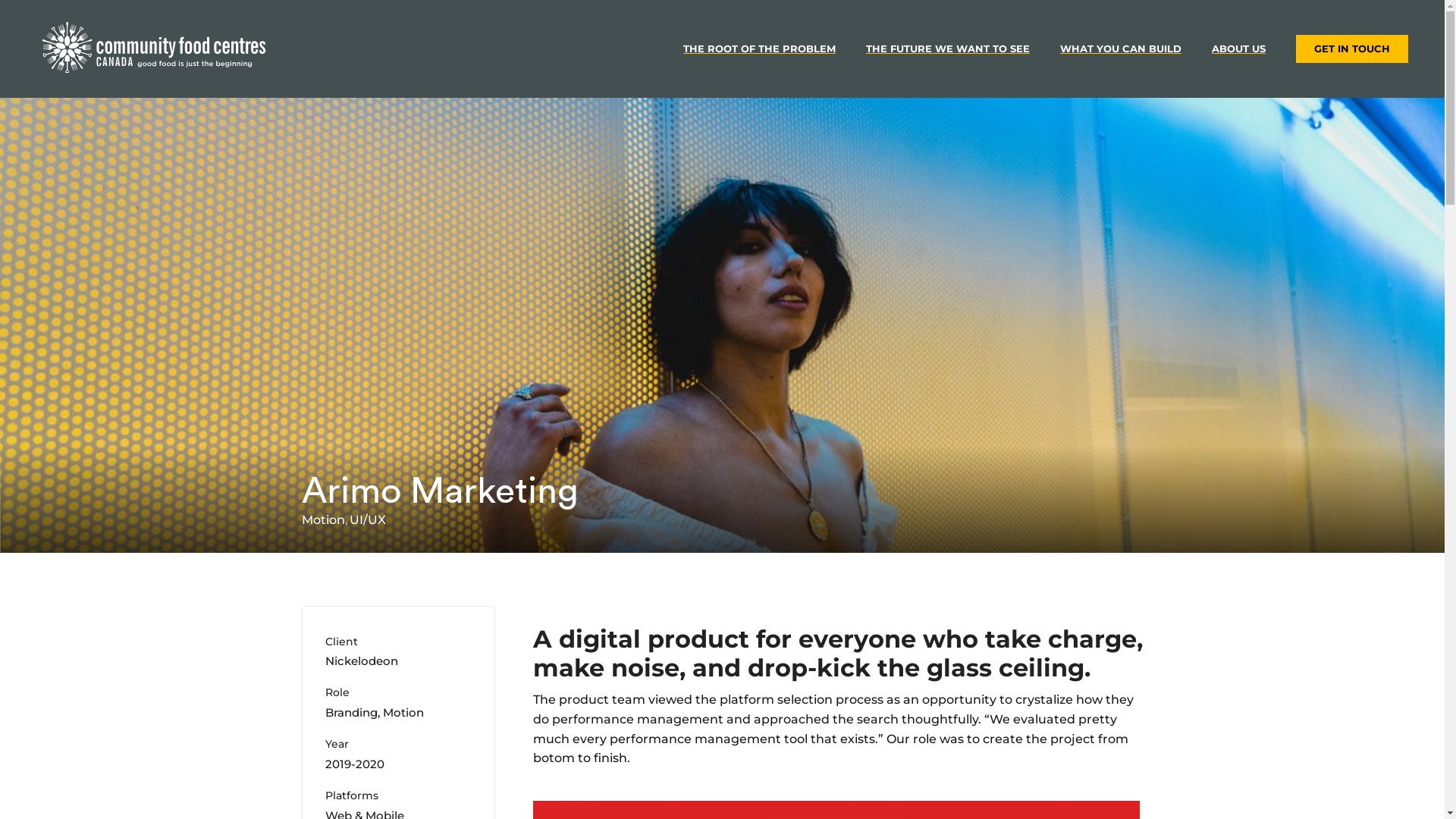 This screenshot has width=1456, height=819. Describe the element at coordinates (1351, 48) in the screenshot. I see `'GET IN TOUCH'` at that location.